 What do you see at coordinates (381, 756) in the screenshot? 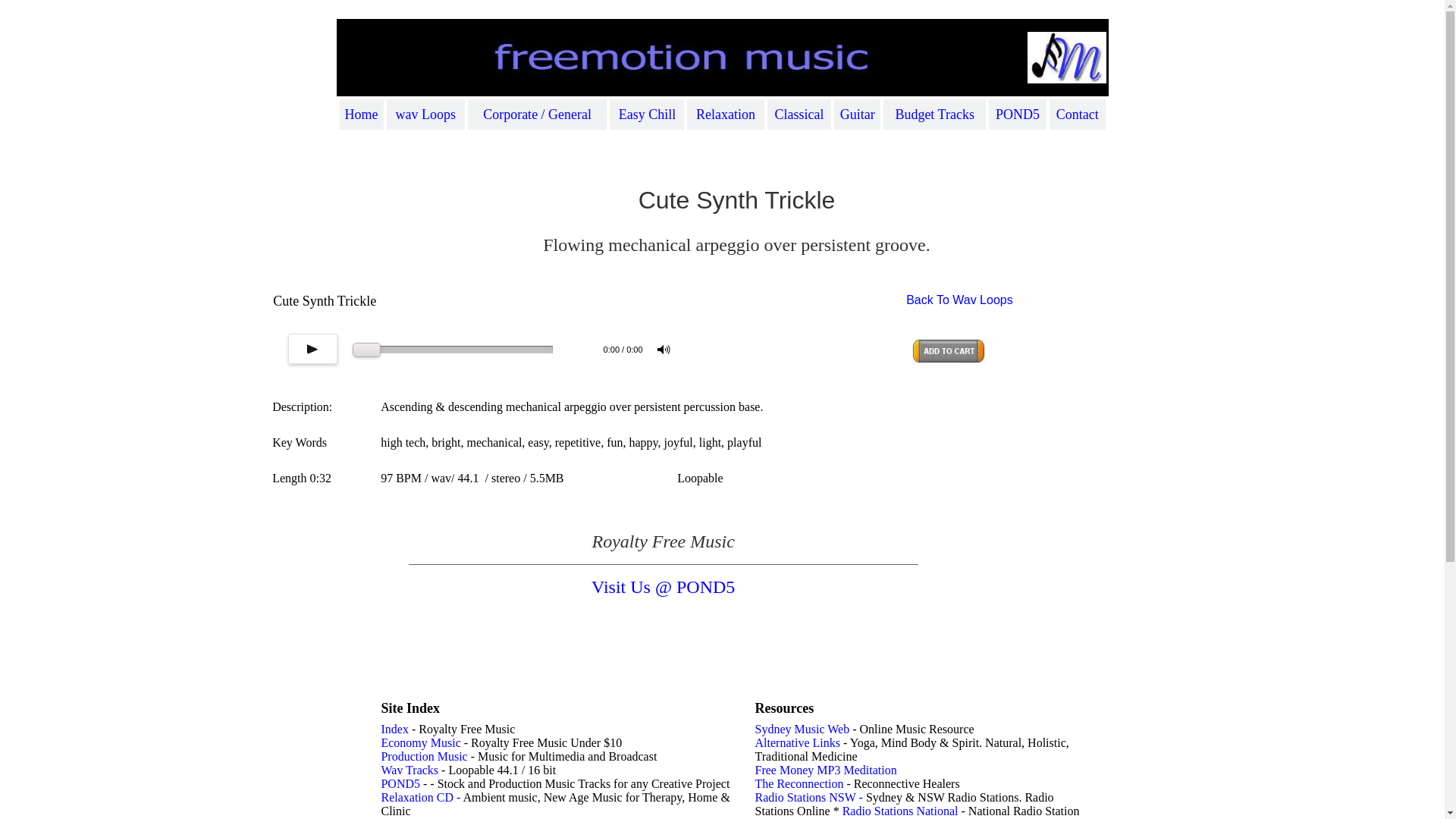
I see `'Production Music '` at bounding box center [381, 756].